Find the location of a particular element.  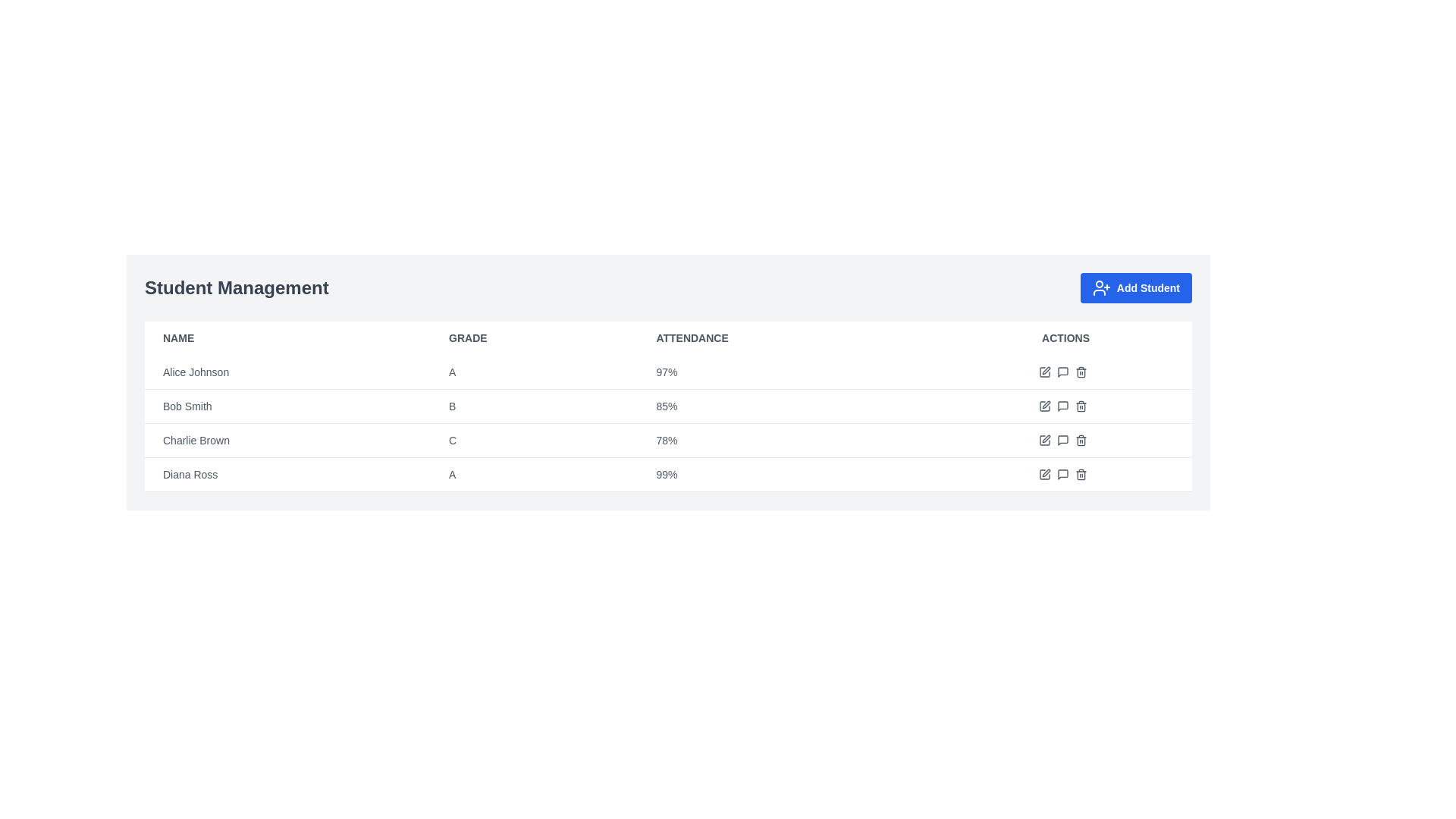

the table row displaying student details for 'Alice Johnson', which includes her grade 'A' and attendance percentage '97%' is located at coordinates (667, 372).